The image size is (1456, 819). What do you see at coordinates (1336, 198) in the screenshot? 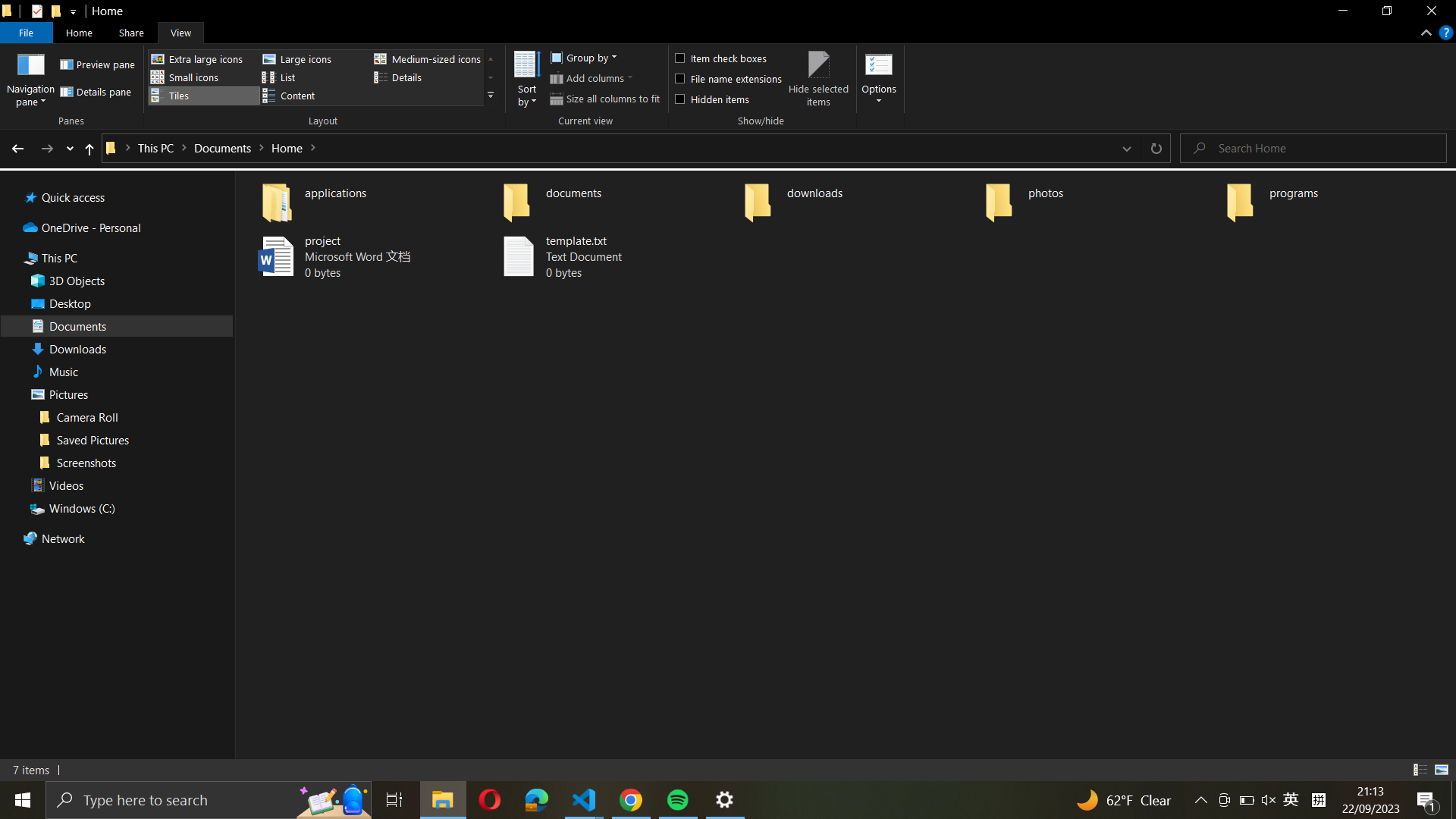
I see `the "programs" directory` at bounding box center [1336, 198].